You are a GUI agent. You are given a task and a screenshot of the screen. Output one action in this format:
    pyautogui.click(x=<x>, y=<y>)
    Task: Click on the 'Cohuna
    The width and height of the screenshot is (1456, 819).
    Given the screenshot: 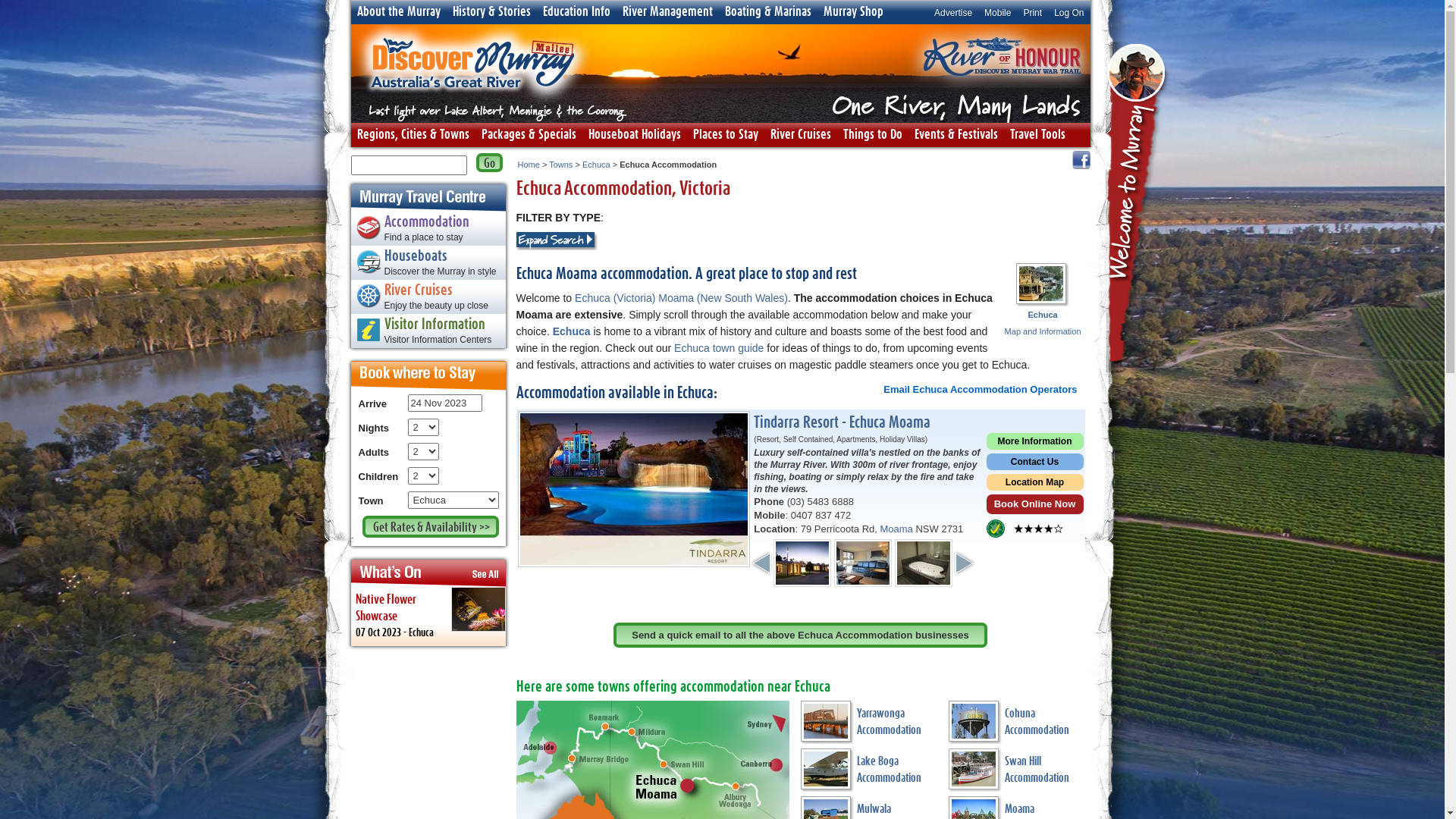 What is the action you would take?
    pyautogui.click(x=1015, y=723)
    